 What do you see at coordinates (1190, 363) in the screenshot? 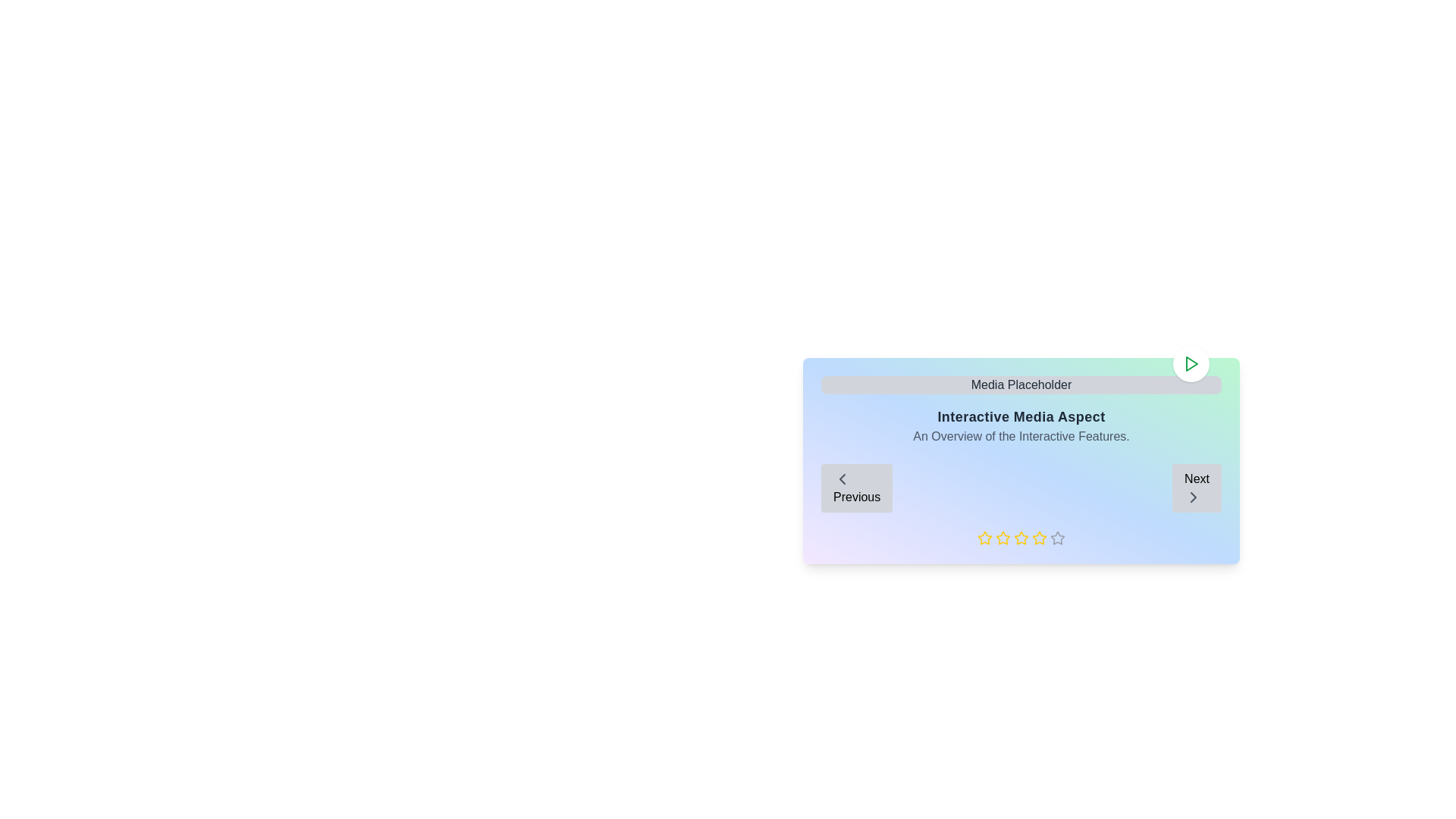
I see `the play button icon located in the bottom-right corner of the interface` at bounding box center [1190, 363].